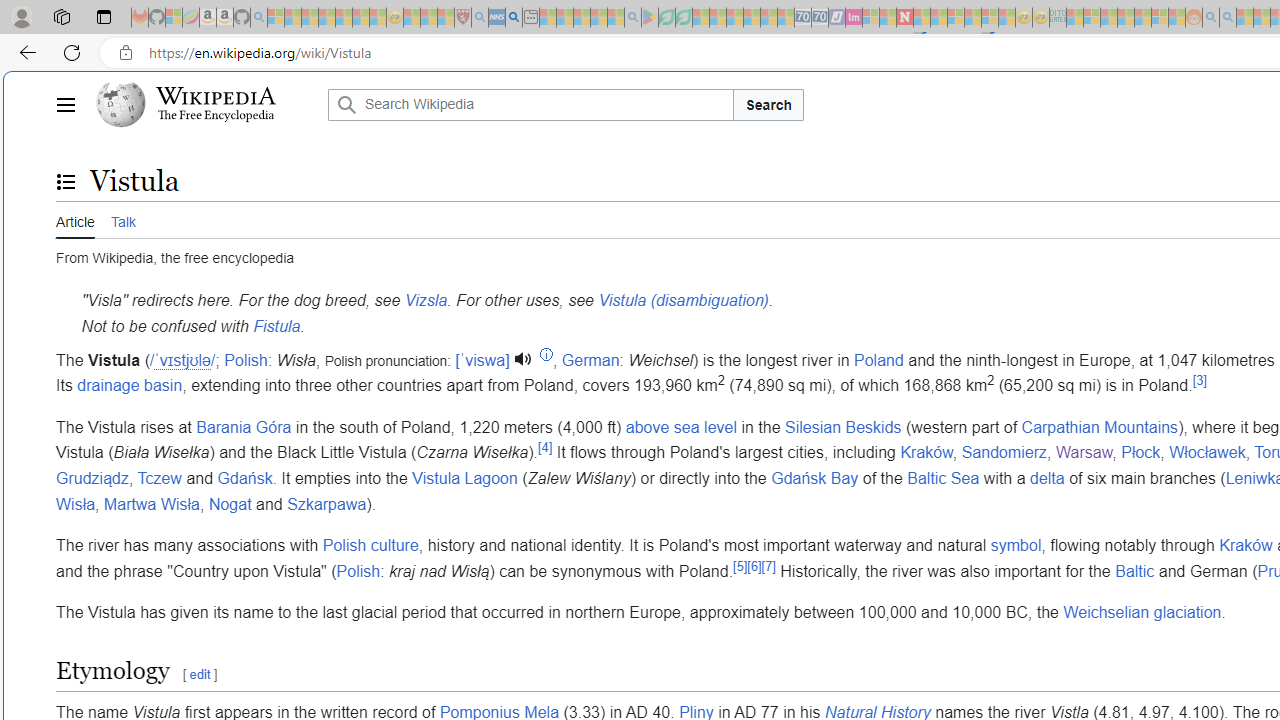  I want to click on 'list of asthma inhalers uk - Search - Sleeping', so click(480, 17).